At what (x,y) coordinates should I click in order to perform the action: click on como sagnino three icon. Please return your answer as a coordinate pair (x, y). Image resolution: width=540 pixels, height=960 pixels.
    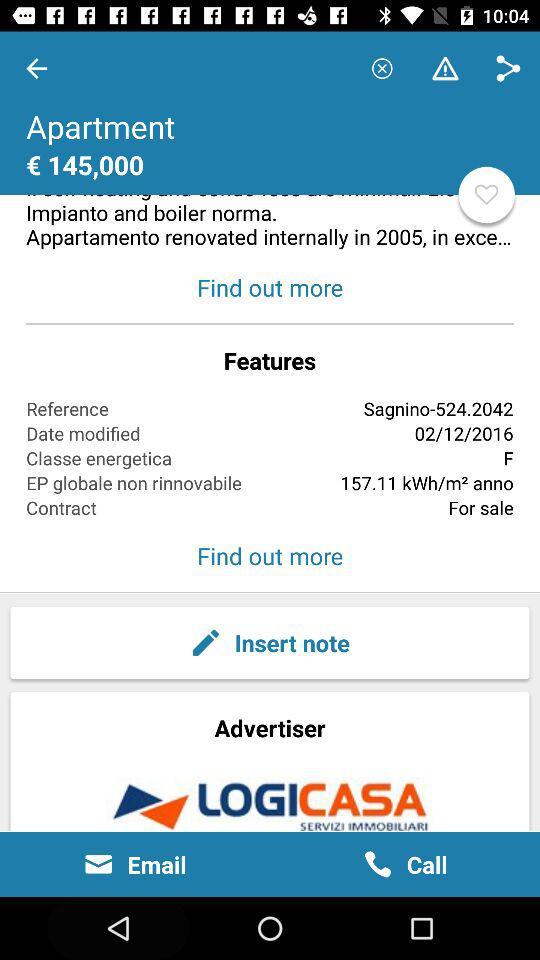
    Looking at the image, I should click on (270, 140).